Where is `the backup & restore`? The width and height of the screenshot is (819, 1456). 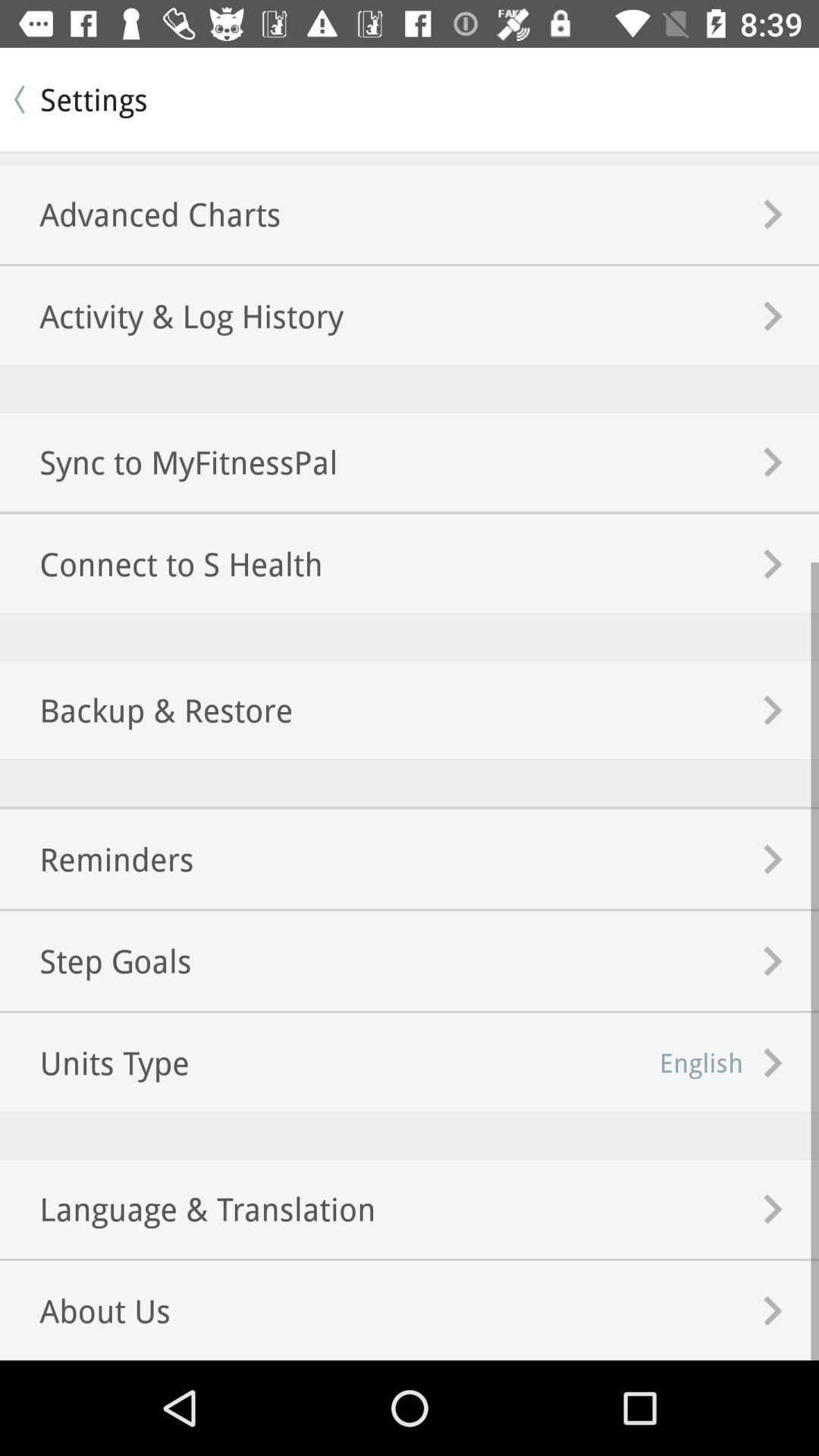 the backup & restore is located at coordinates (146, 709).